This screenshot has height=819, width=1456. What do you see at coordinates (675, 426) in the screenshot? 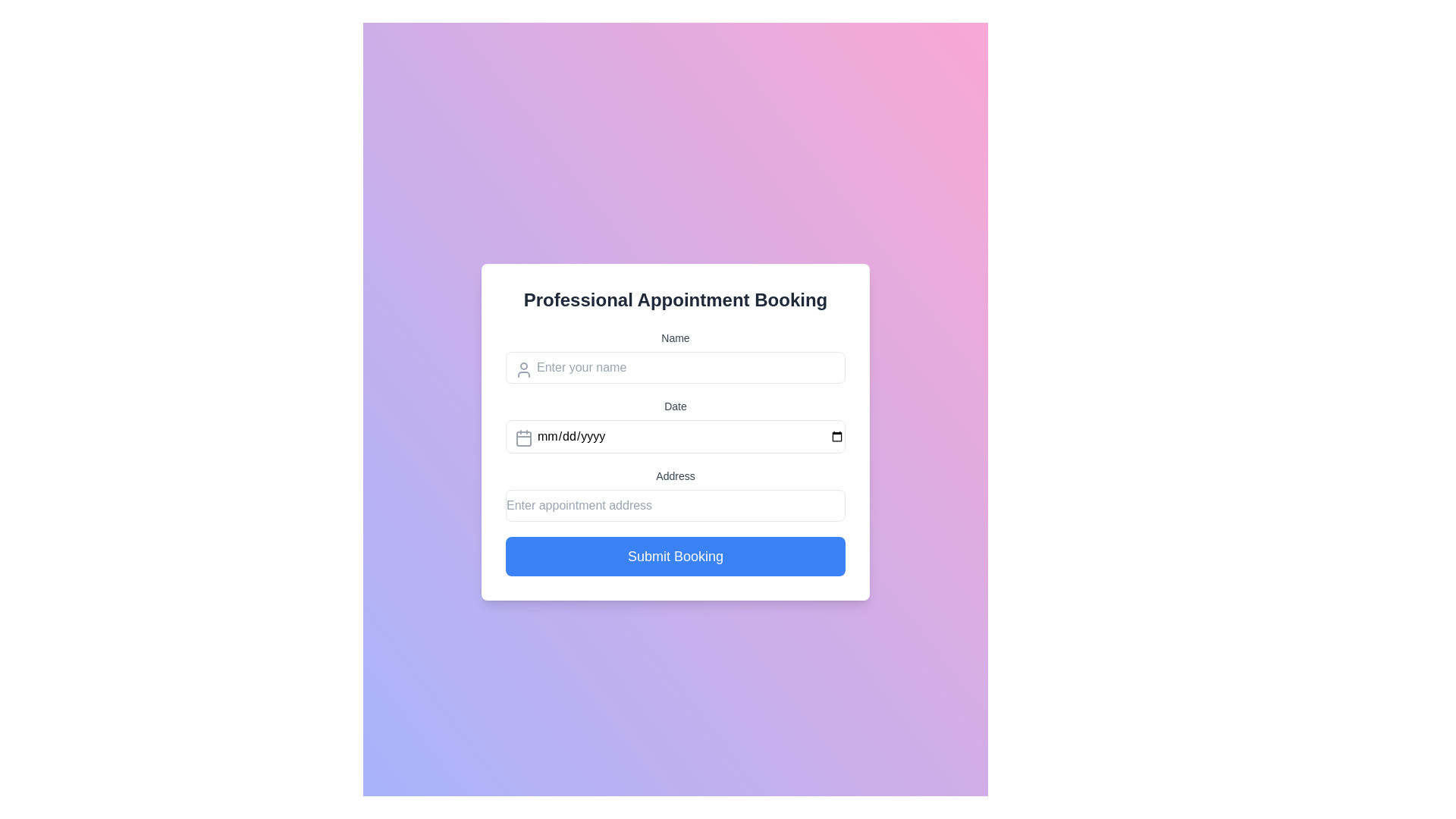
I see `the date input field labeled 'Date' to activate input mode` at bounding box center [675, 426].